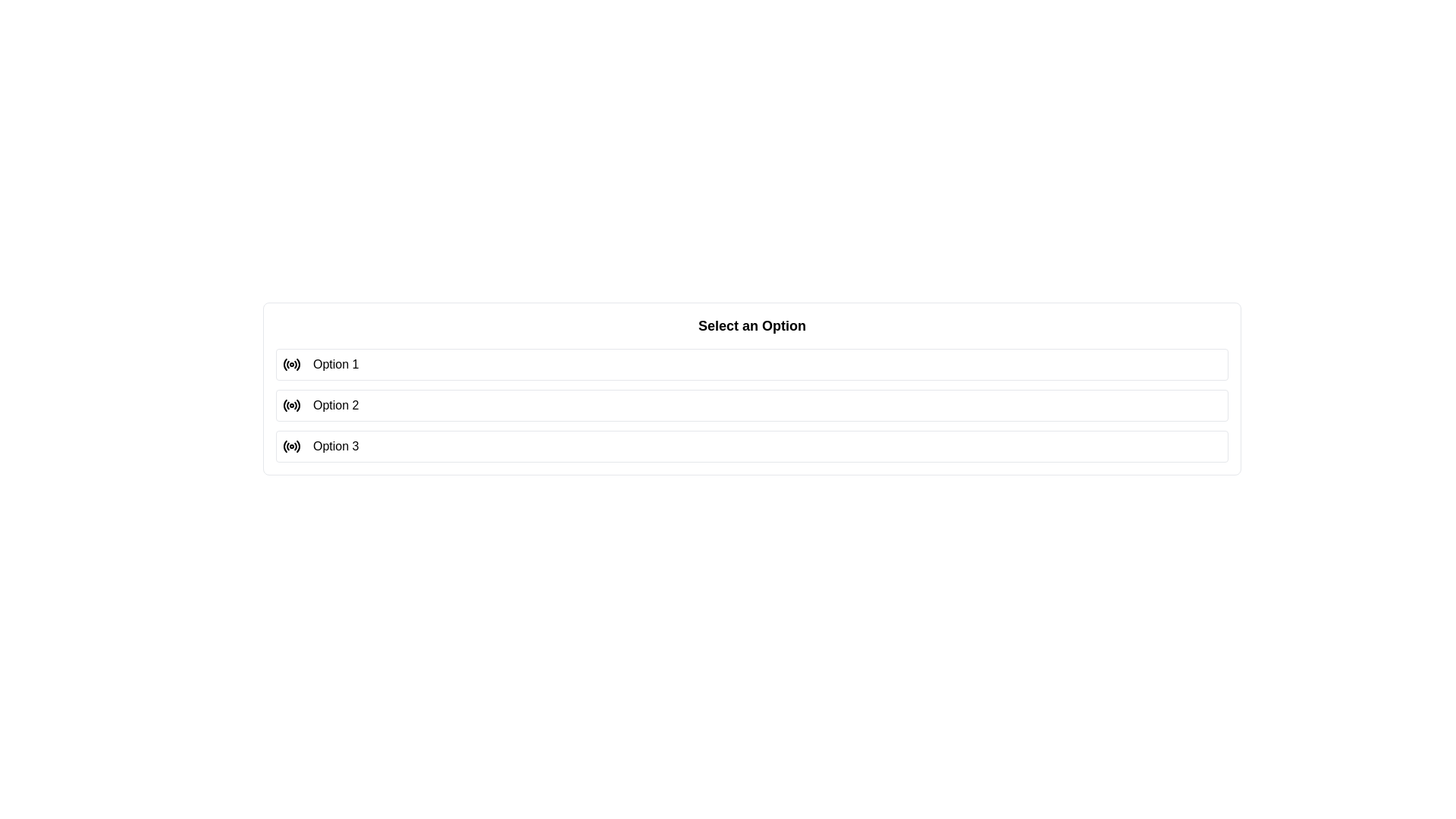 This screenshot has width=1456, height=819. I want to click on the radio button associated with the first option in the vertical list of selectable radio button options, so click(335, 365).